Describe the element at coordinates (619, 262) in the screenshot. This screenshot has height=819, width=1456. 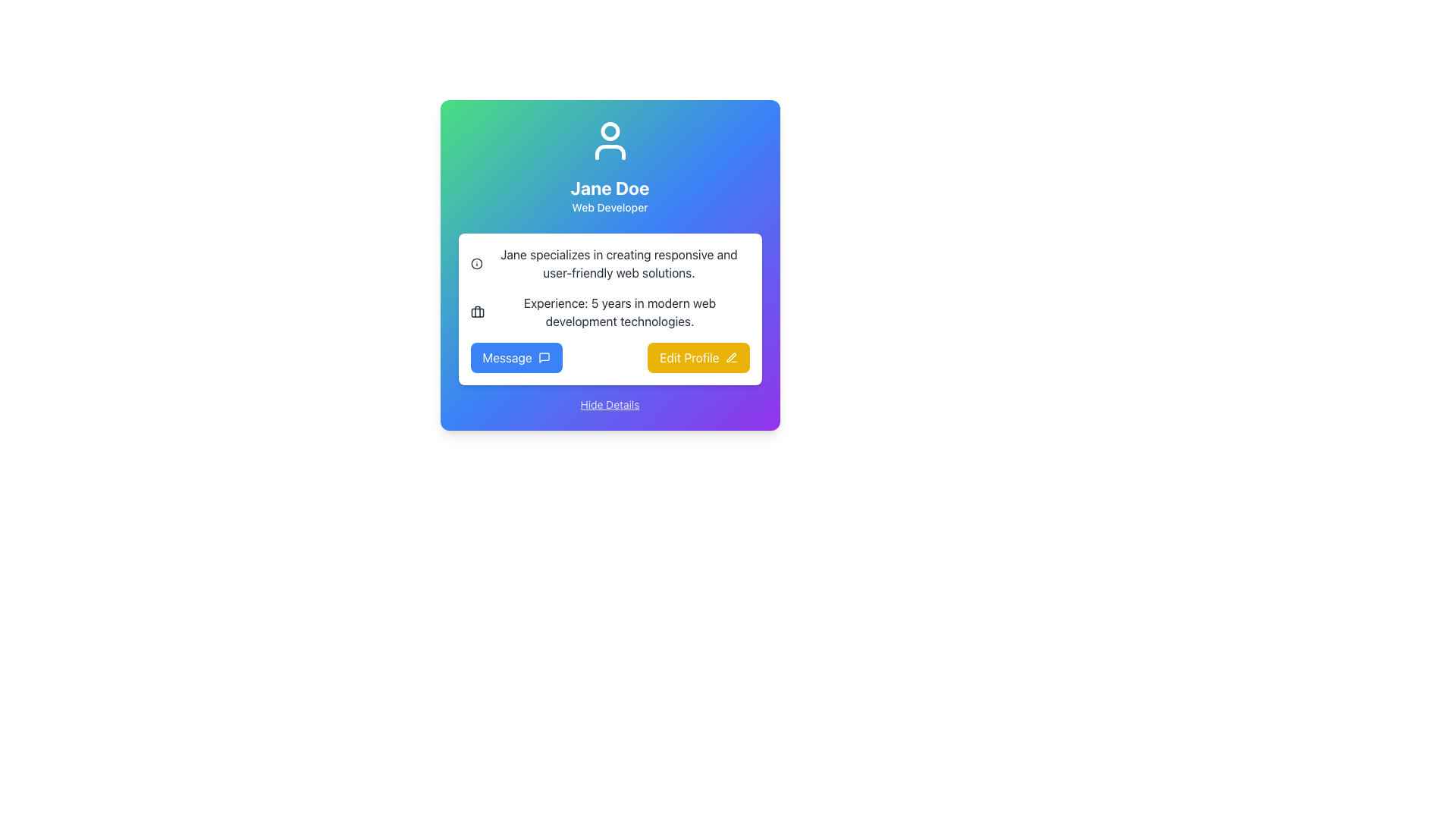
I see `the text display that shows the phrase 'Jane specializes in creating responsive and user-friendly web solutions.'` at that location.